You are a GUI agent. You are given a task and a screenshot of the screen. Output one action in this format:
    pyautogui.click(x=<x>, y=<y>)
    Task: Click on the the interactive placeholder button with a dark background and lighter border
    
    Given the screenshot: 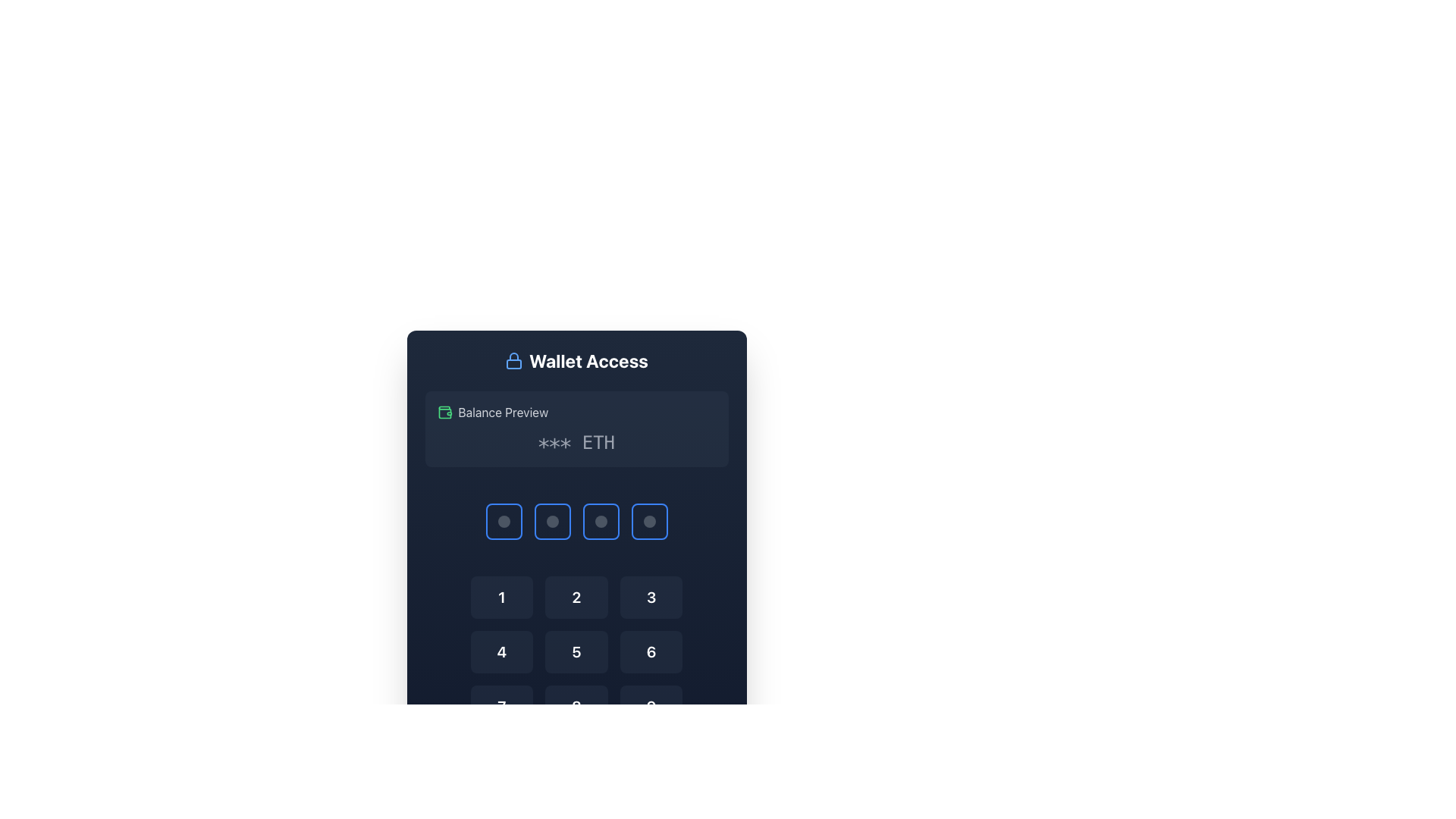 What is the action you would take?
    pyautogui.click(x=600, y=520)
    